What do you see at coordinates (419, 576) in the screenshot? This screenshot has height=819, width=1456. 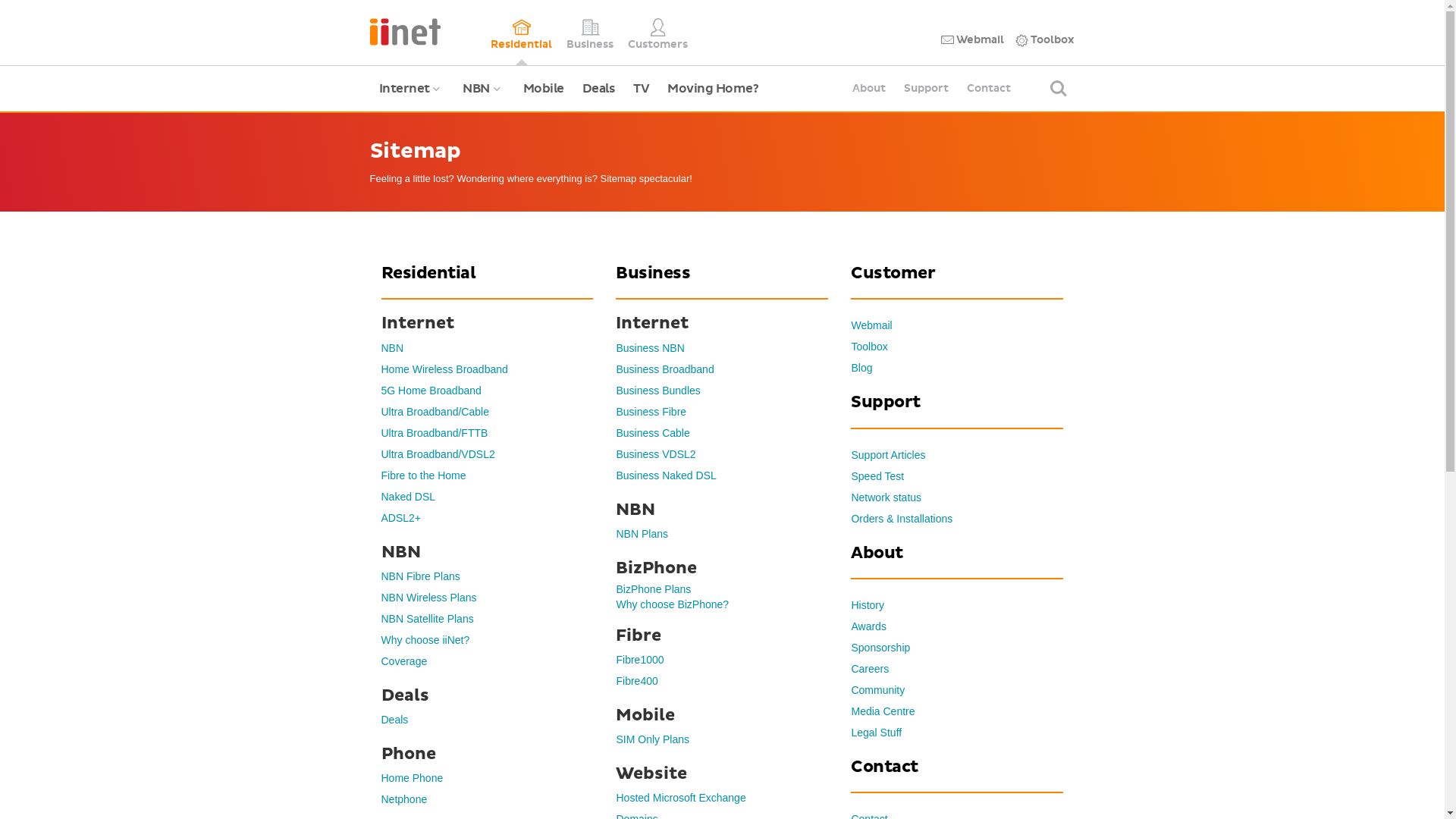 I see `'NBN Fibre Plans'` at bounding box center [419, 576].